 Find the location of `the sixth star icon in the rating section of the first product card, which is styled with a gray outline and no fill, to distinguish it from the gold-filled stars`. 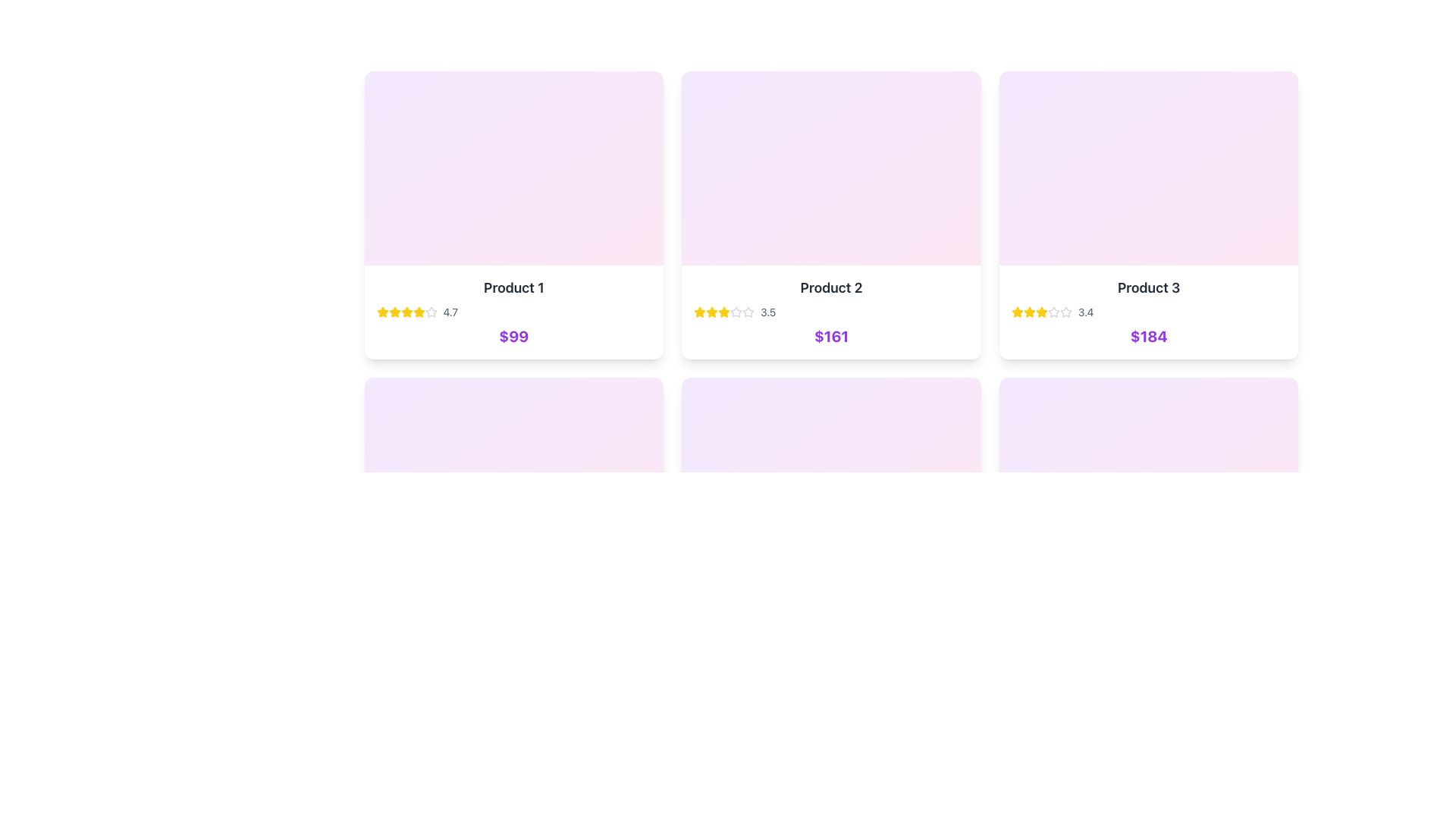

the sixth star icon in the rating section of the first product card, which is styled with a gray outline and no fill, to distinguish it from the gold-filled stars is located at coordinates (430, 312).